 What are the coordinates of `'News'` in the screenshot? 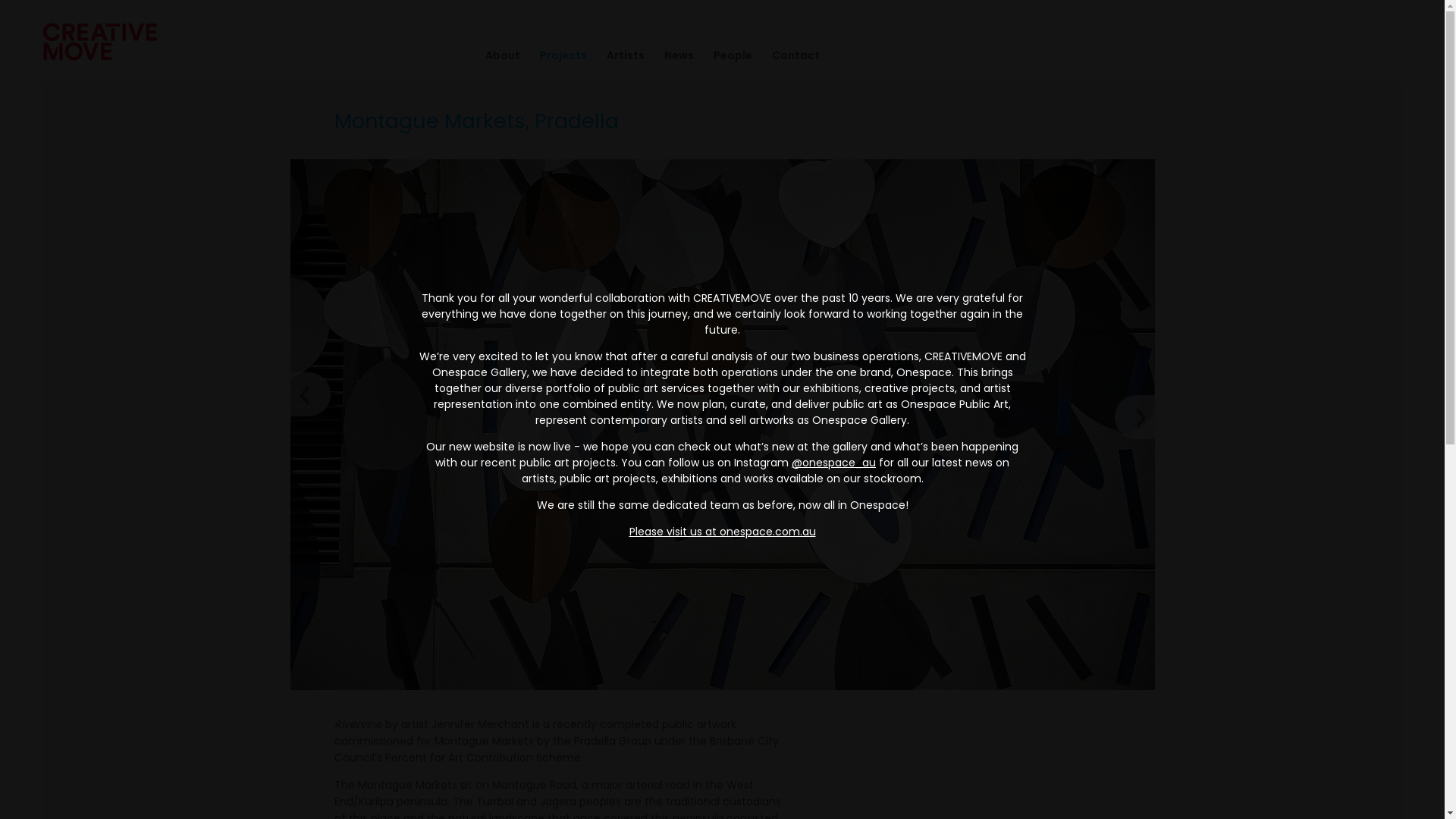 It's located at (668, 55).